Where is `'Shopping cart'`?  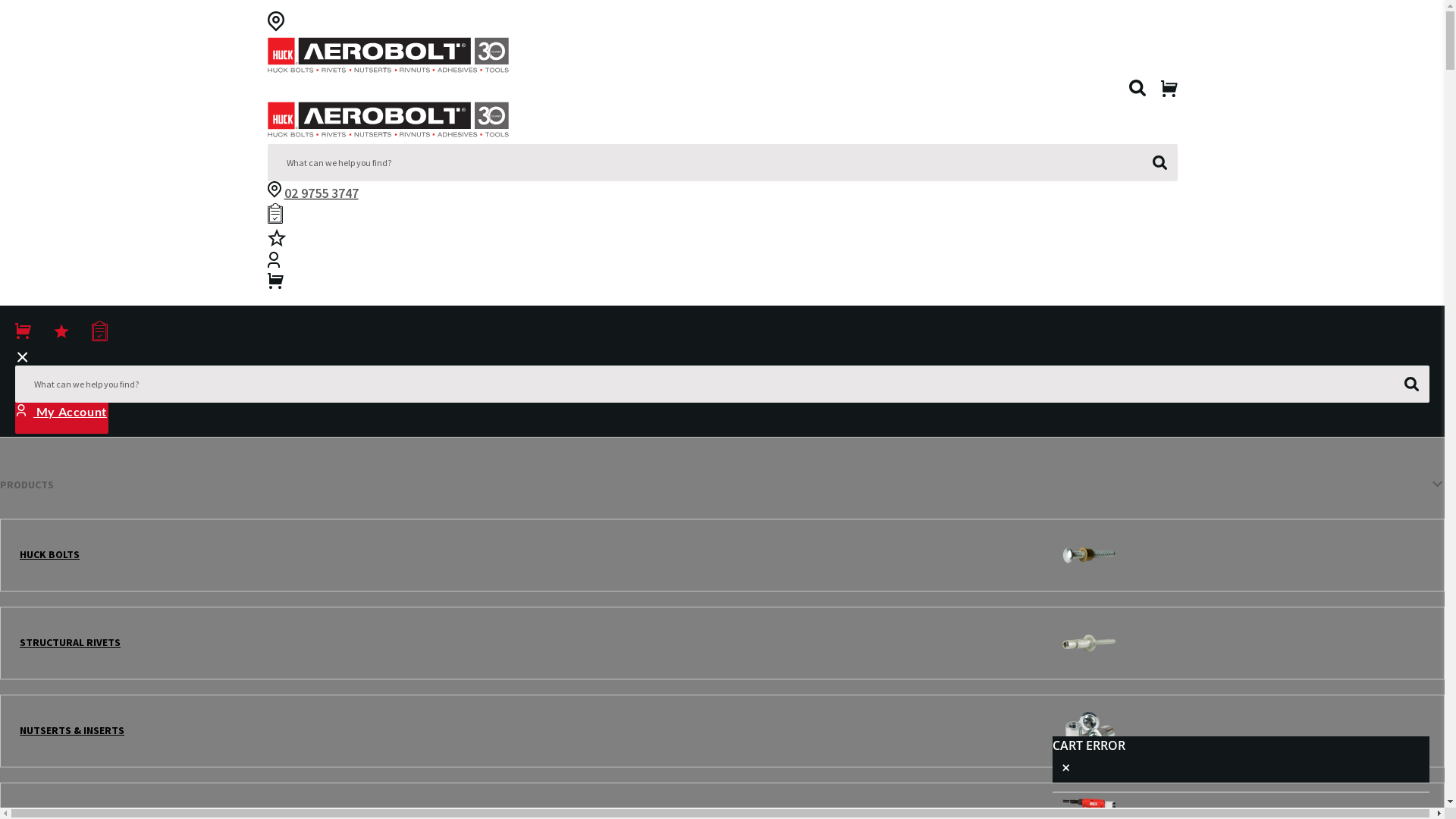 'Shopping cart' is located at coordinates (266, 284).